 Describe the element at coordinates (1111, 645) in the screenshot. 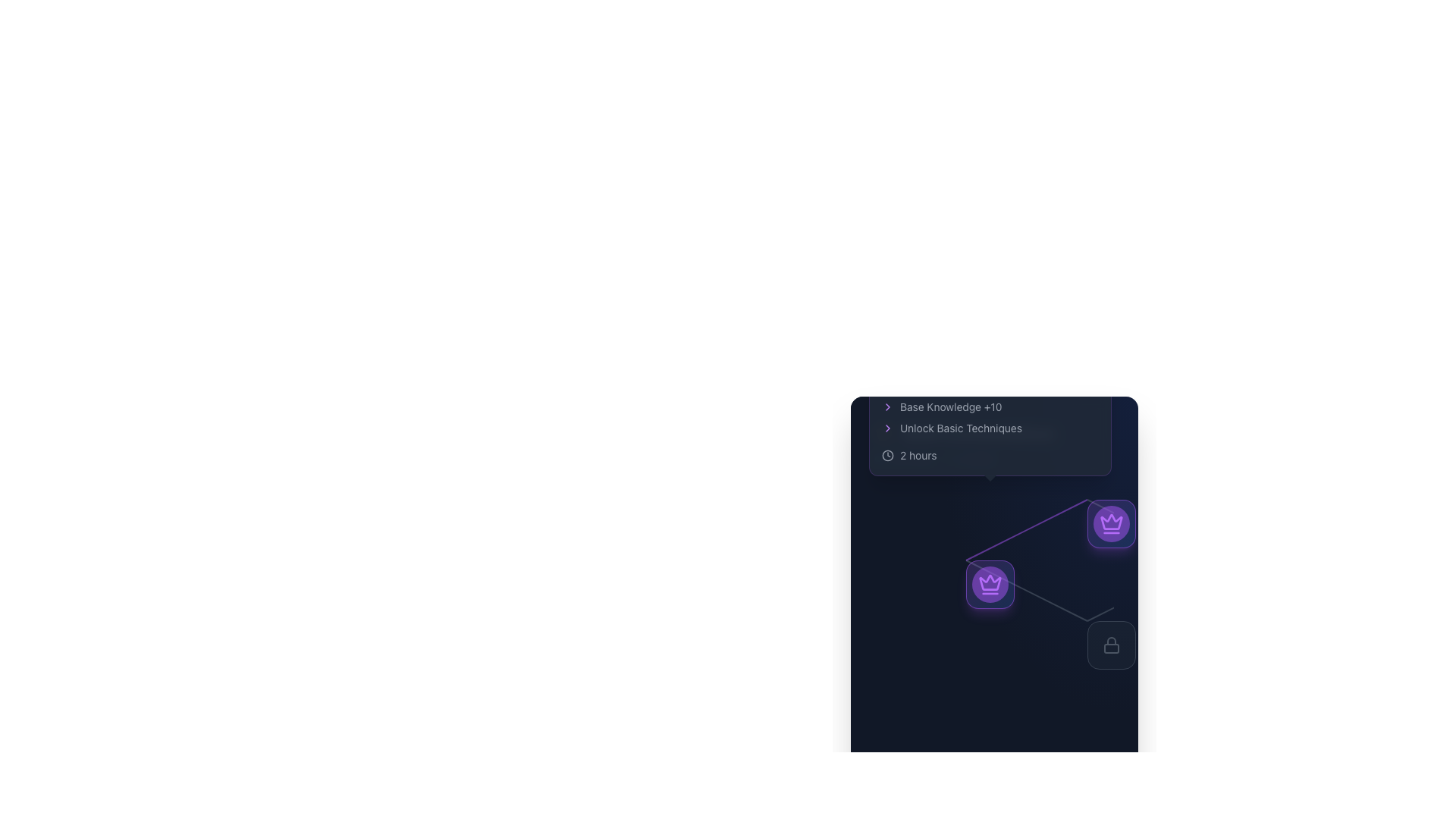

I see `the lock icon, which serves as a visual indicator for locking or security features` at that location.